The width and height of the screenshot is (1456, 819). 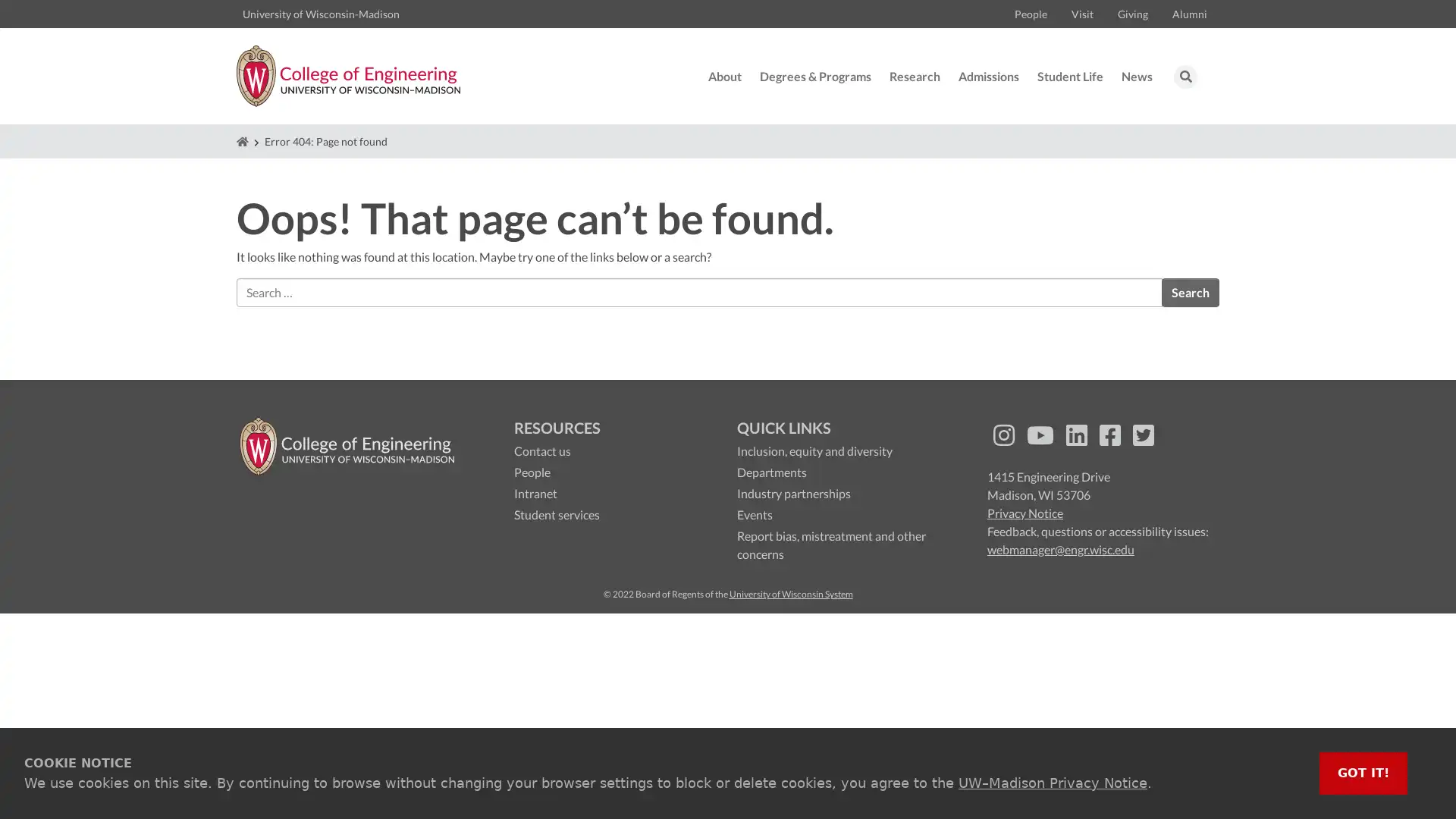 What do you see at coordinates (1189, 292) in the screenshot?
I see `Search` at bounding box center [1189, 292].